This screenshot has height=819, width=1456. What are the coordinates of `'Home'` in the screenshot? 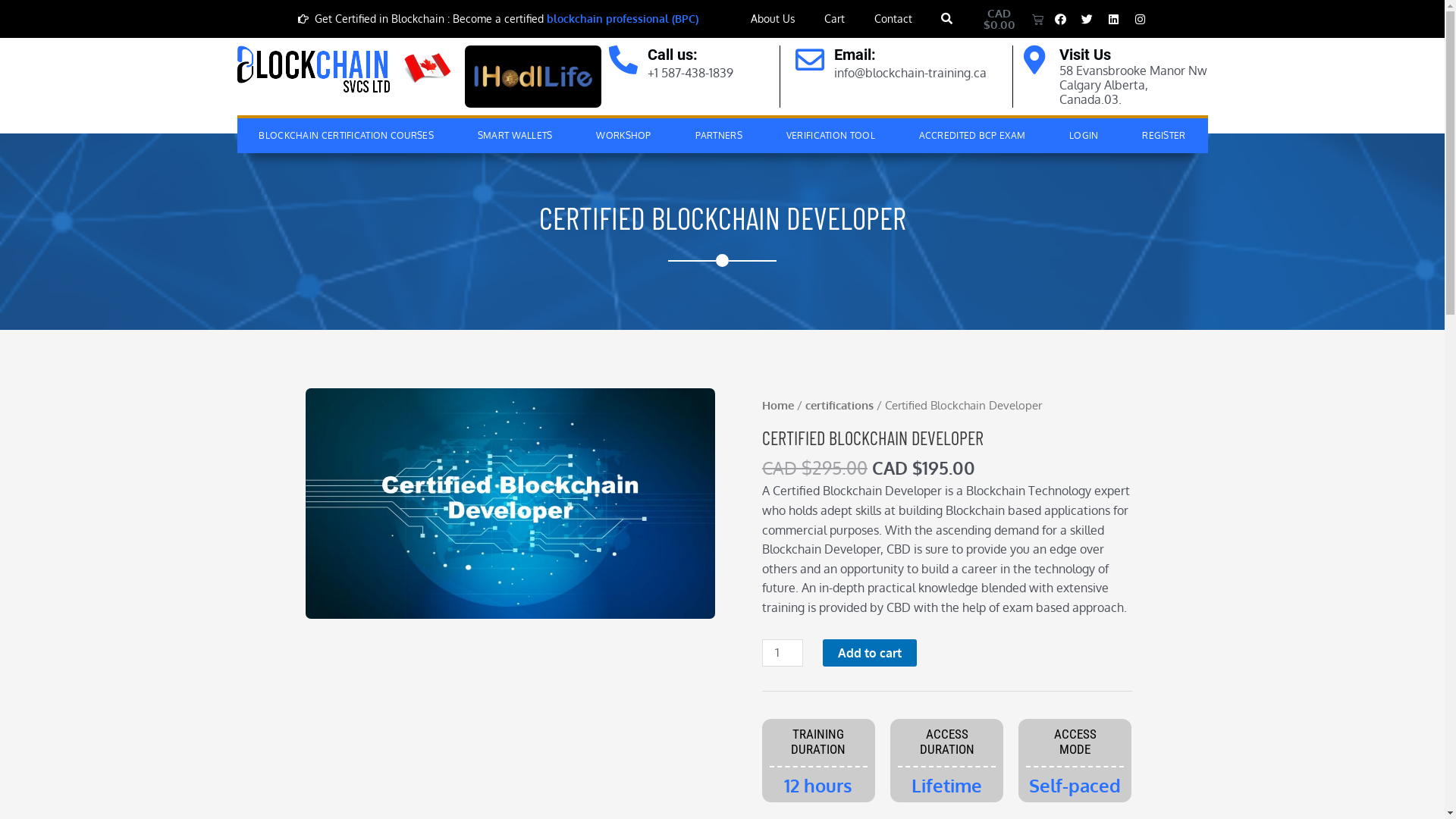 It's located at (778, 403).